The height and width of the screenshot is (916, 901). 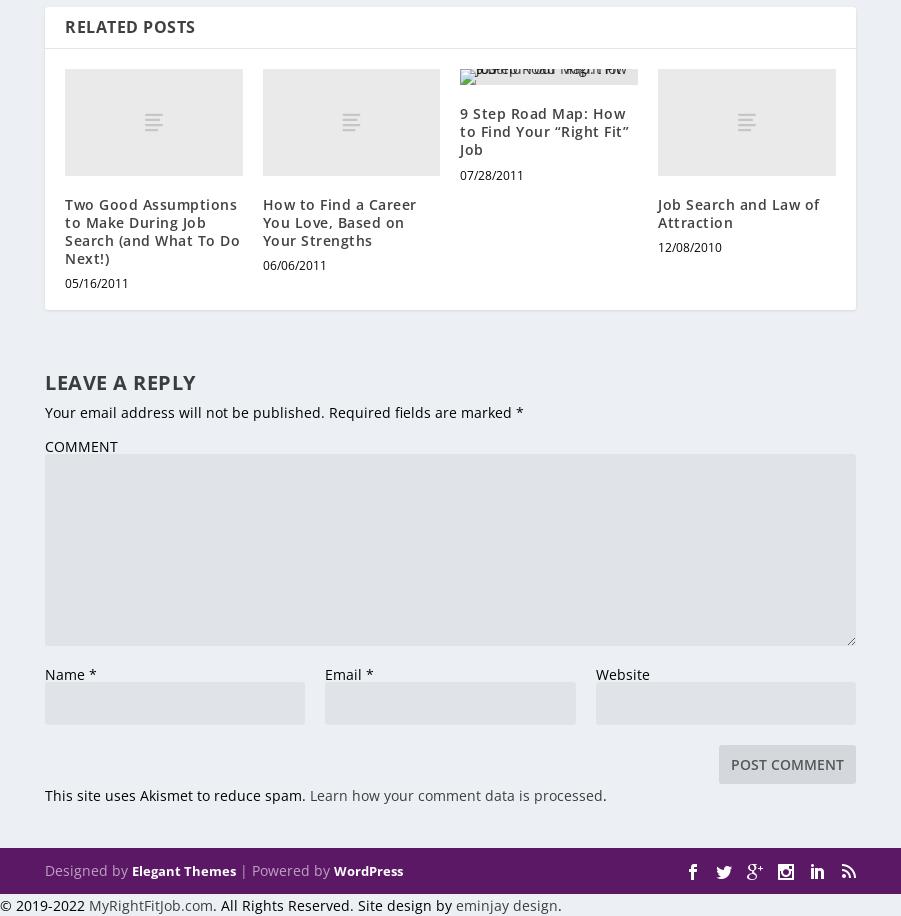 What do you see at coordinates (43, 794) in the screenshot?
I see `'This site uses Akismet to reduce spam.'` at bounding box center [43, 794].